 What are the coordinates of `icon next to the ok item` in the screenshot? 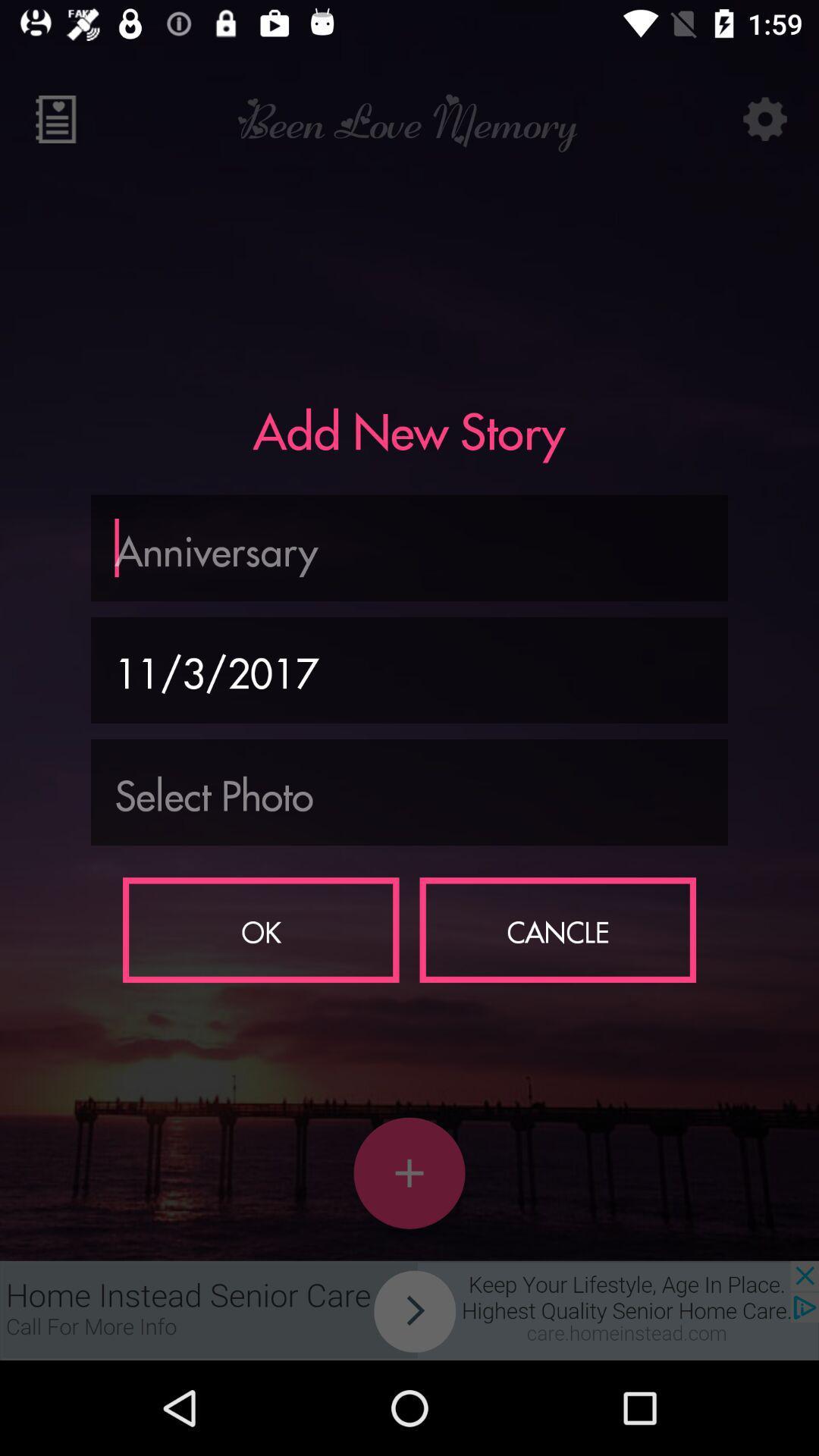 It's located at (557, 929).